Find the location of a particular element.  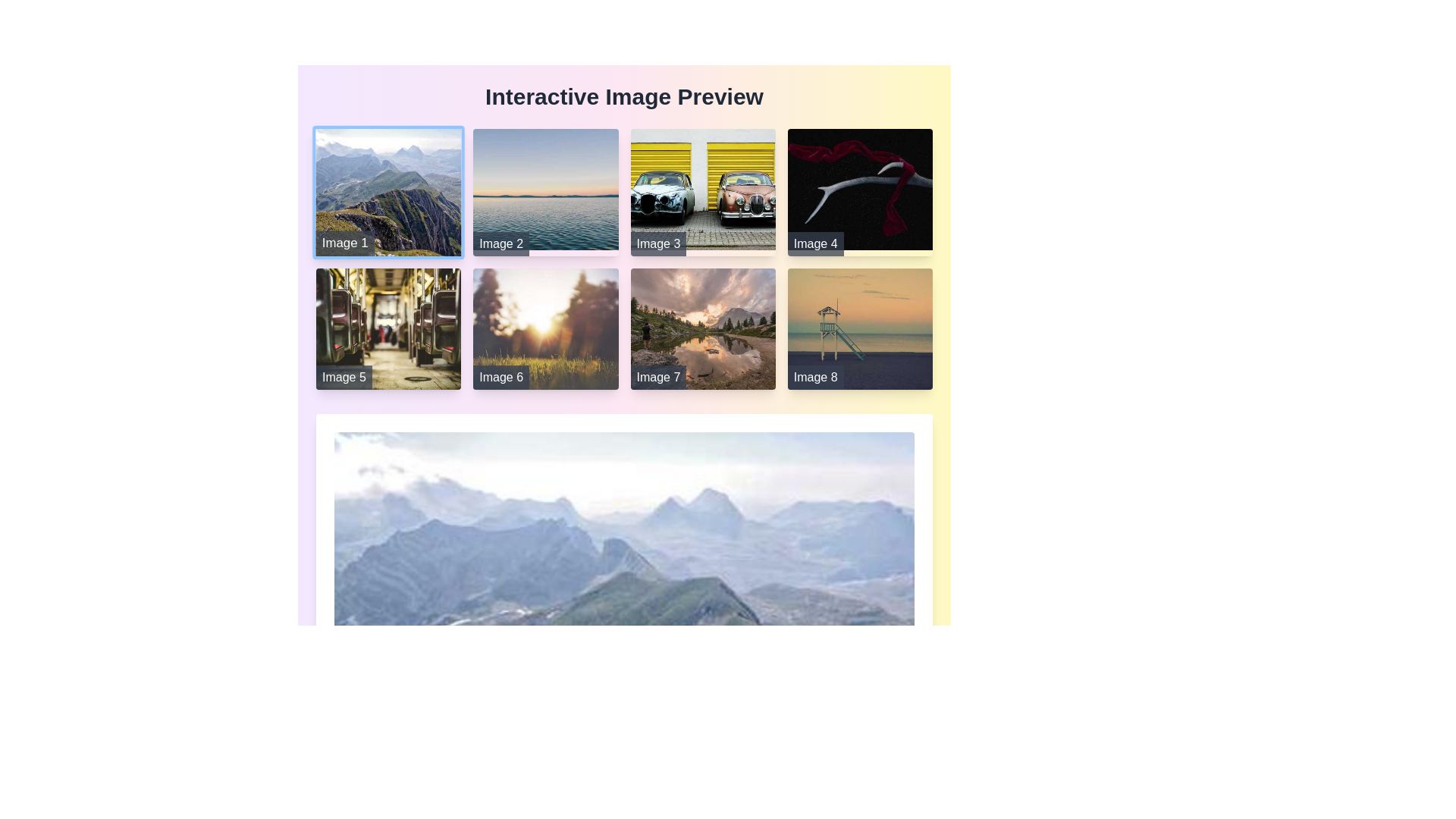

the bottom text label overlay in the 'Image 8' card, which provides descriptive information about the associated image is located at coordinates (814, 376).